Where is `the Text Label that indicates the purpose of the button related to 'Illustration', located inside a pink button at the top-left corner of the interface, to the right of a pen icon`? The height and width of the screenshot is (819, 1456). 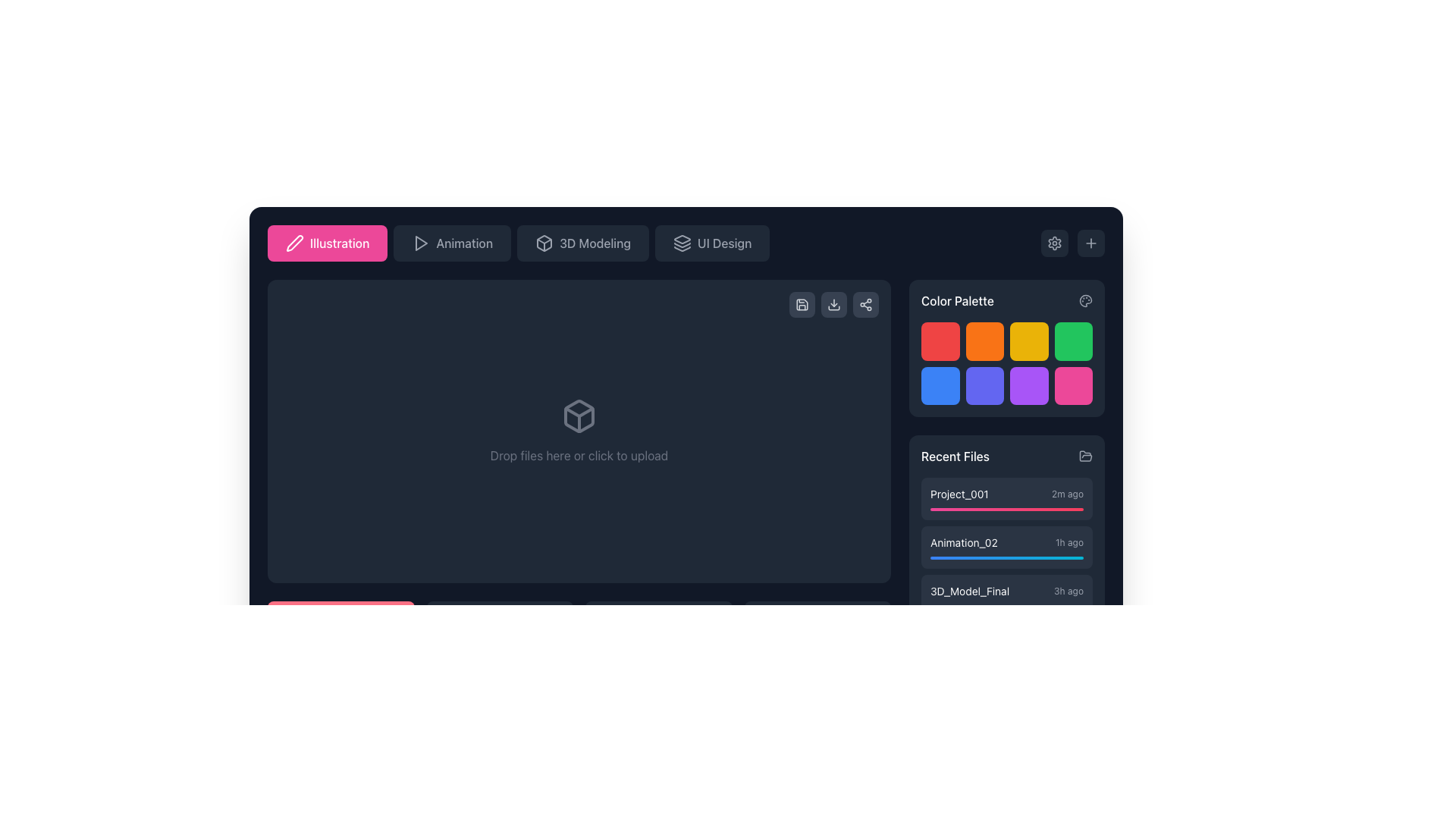
the Text Label that indicates the purpose of the button related to 'Illustration', located inside a pink button at the top-left corner of the interface, to the right of a pen icon is located at coordinates (339, 242).